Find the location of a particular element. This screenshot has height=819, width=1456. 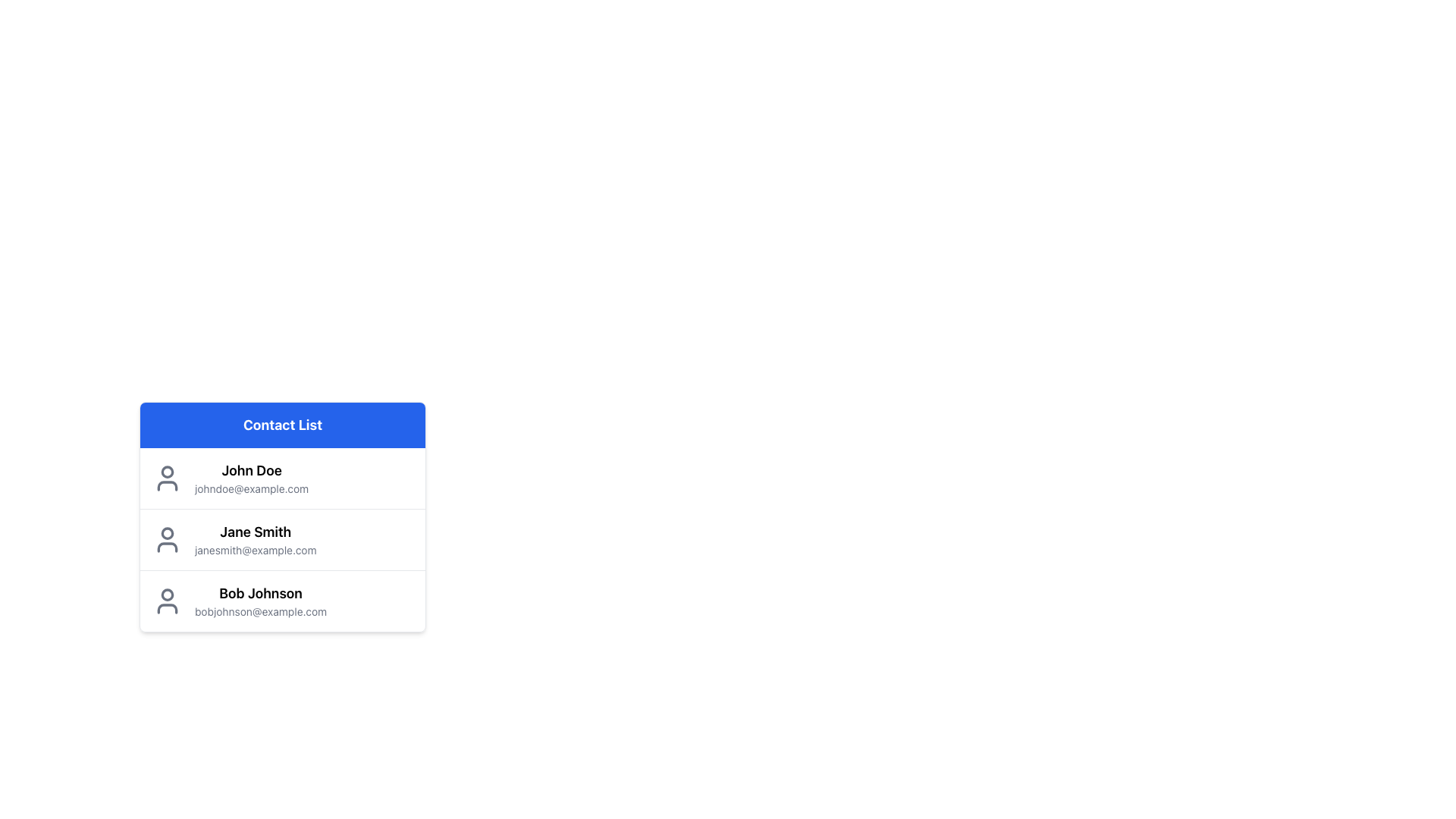

text content from the Text Display containing 'John Doe' and 'johndoe@example.com' under the 'Contact List' is located at coordinates (252, 479).